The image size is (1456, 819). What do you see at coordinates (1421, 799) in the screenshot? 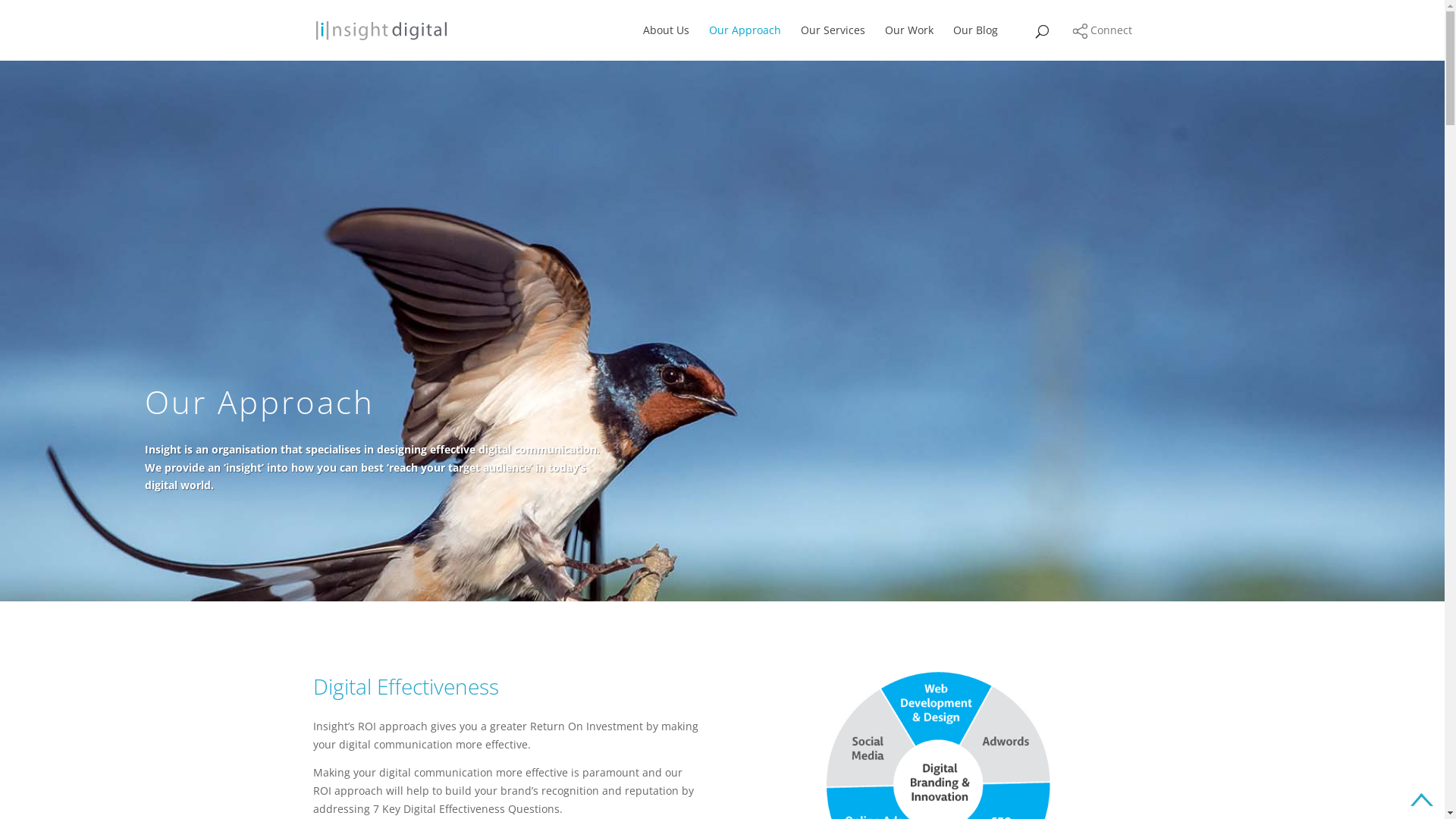
I see `'Go to top of page'` at bounding box center [1421, 799].